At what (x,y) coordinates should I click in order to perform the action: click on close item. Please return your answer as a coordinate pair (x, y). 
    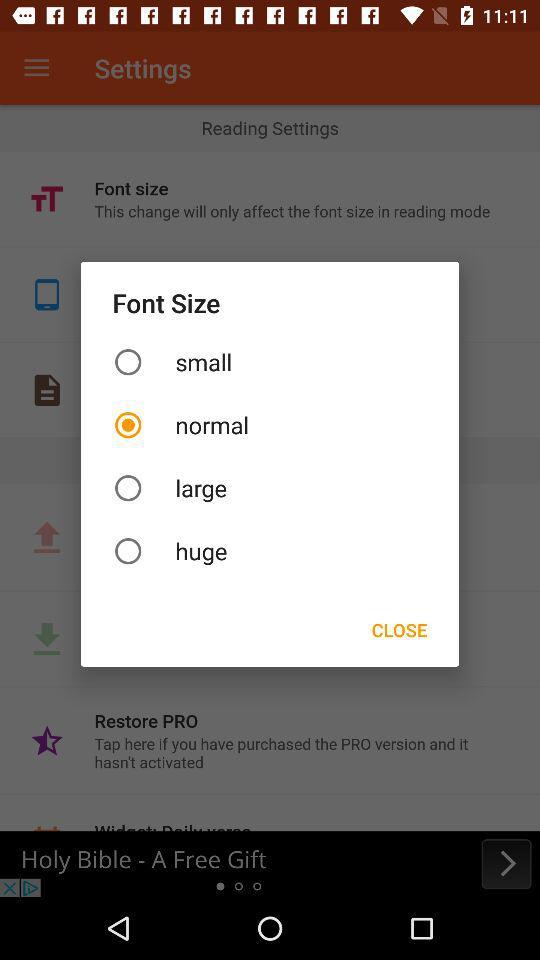
    Looking at the image, I should click on (399, 628).